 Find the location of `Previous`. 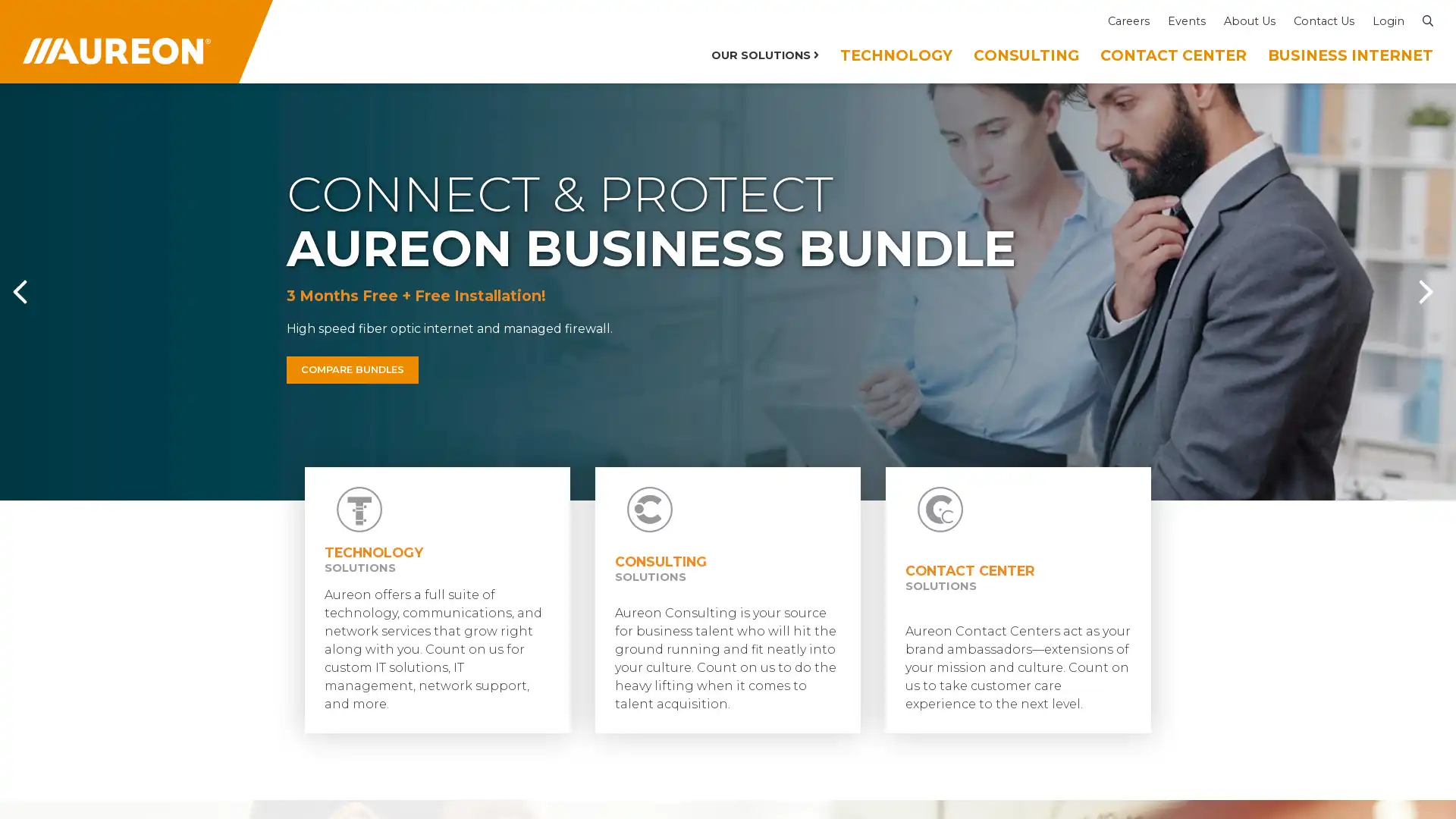

Previous is located at coordinates (25, 292).